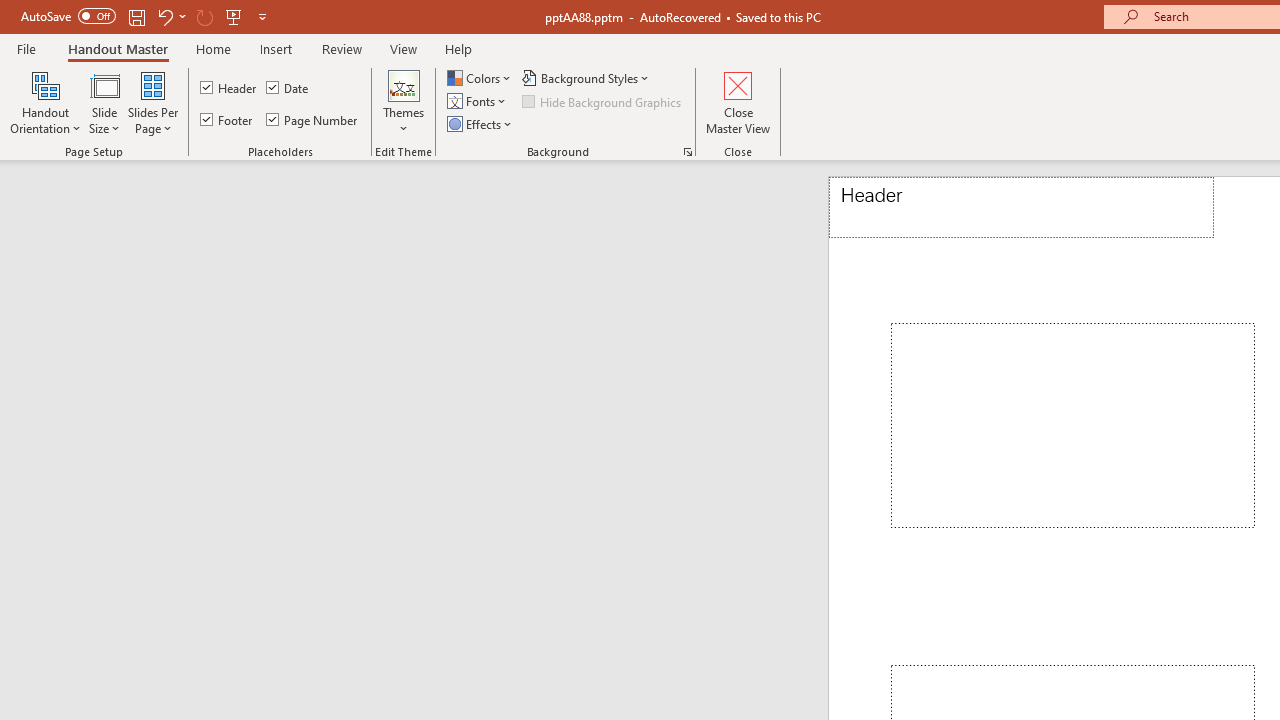  What do you see at coordinates (688, 150) in the screenshot?
I see `'Format Background...'` at bounding box center [688, 150].